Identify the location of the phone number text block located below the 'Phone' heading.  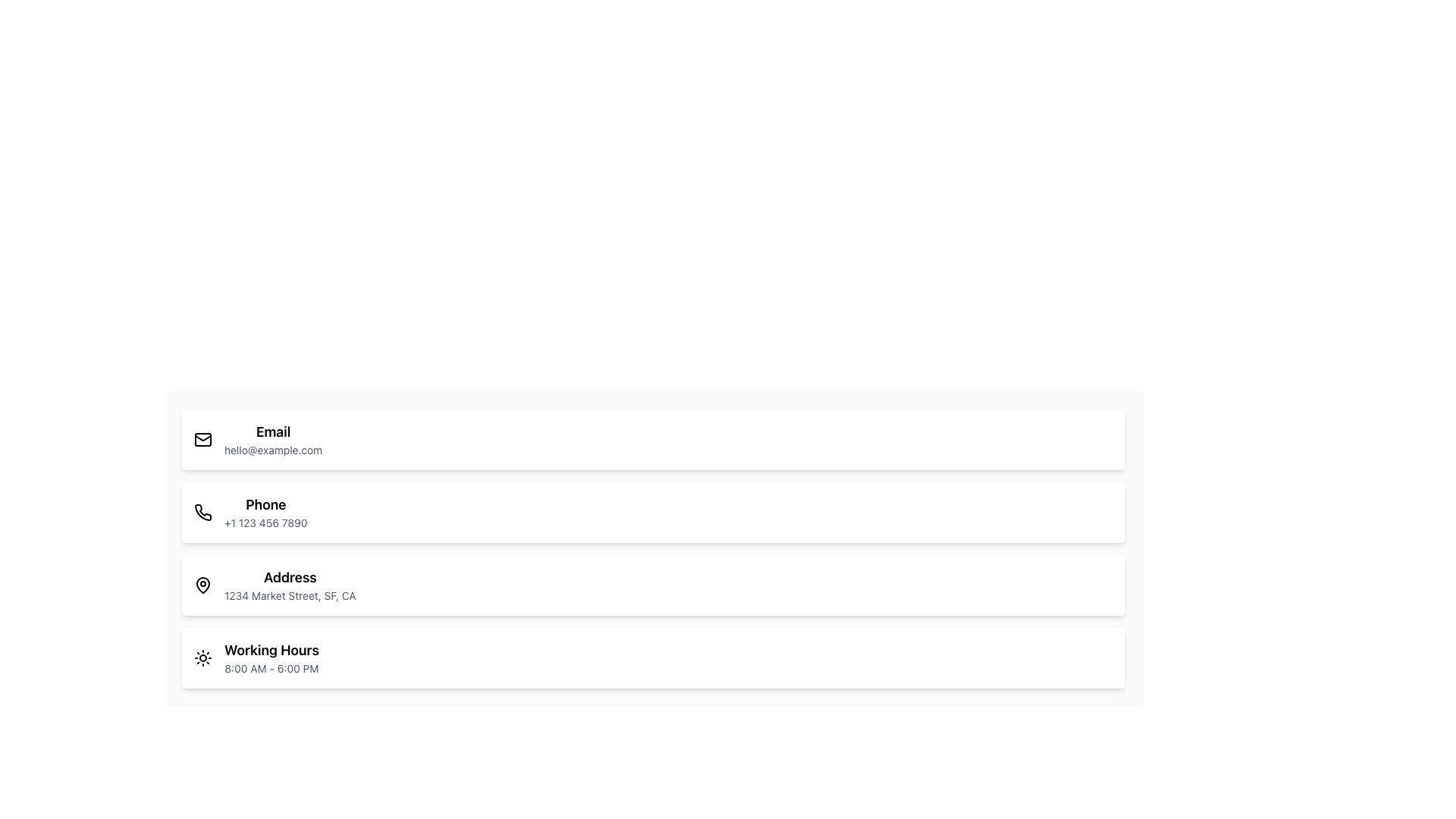
(265, 522).